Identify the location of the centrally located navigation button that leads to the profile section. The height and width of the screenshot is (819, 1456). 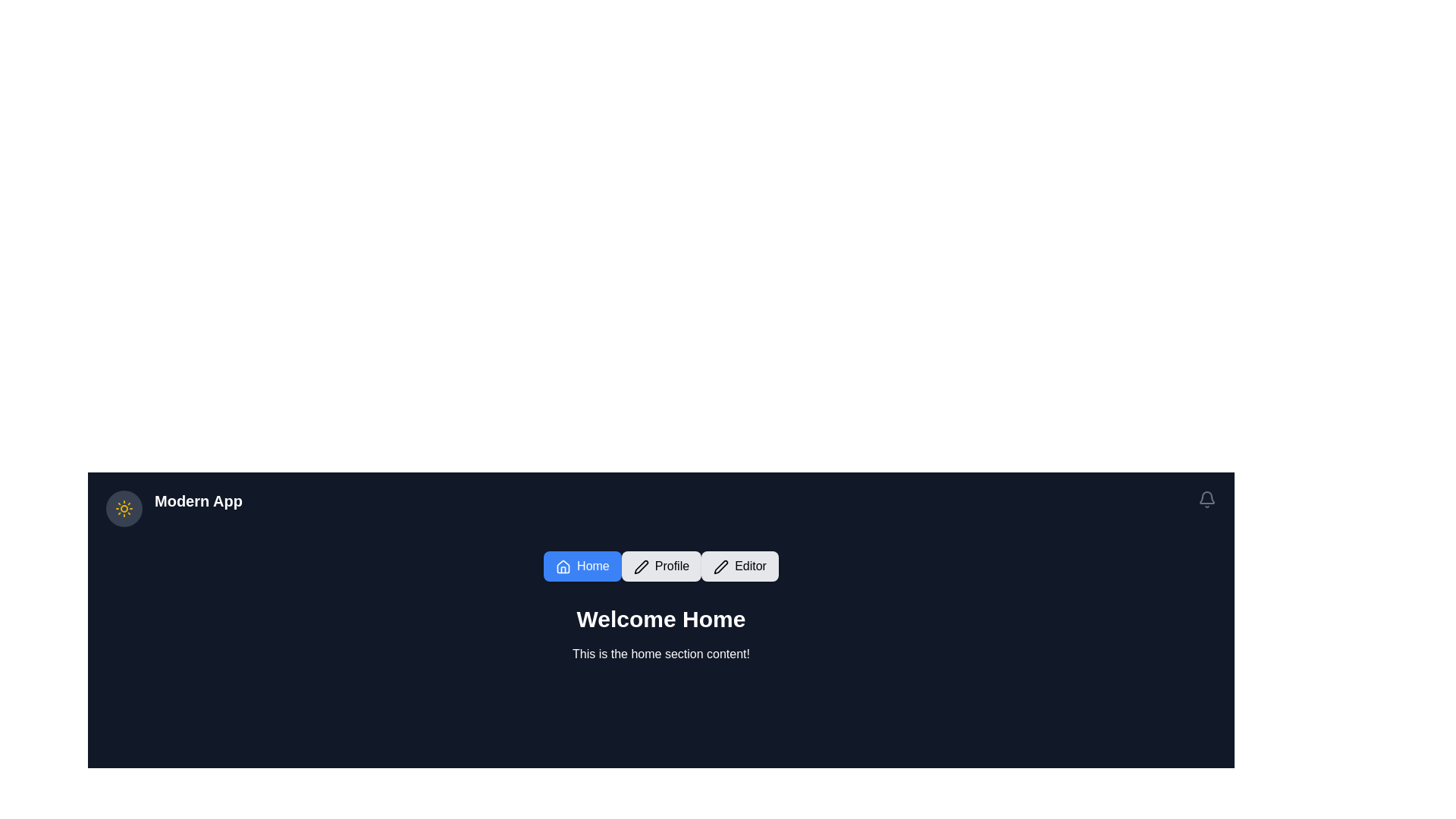
(661, 566).